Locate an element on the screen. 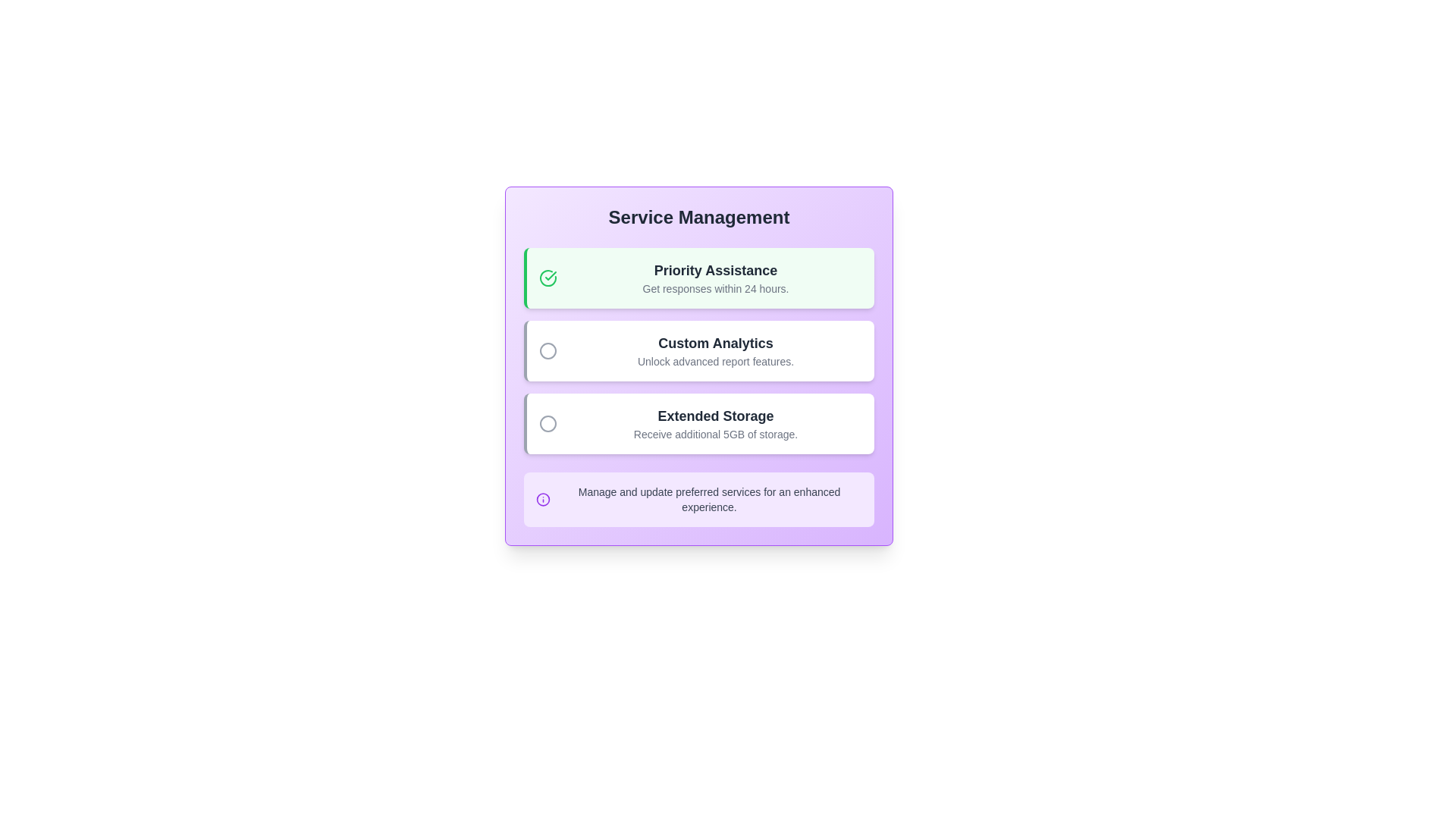 This screenshot has width=1456, height=819. the text label that reads 'Receive additional 5GB of storage.', which is located below the title 'Extended Storage' in a stacked layout is located at coordinates (715, 435).